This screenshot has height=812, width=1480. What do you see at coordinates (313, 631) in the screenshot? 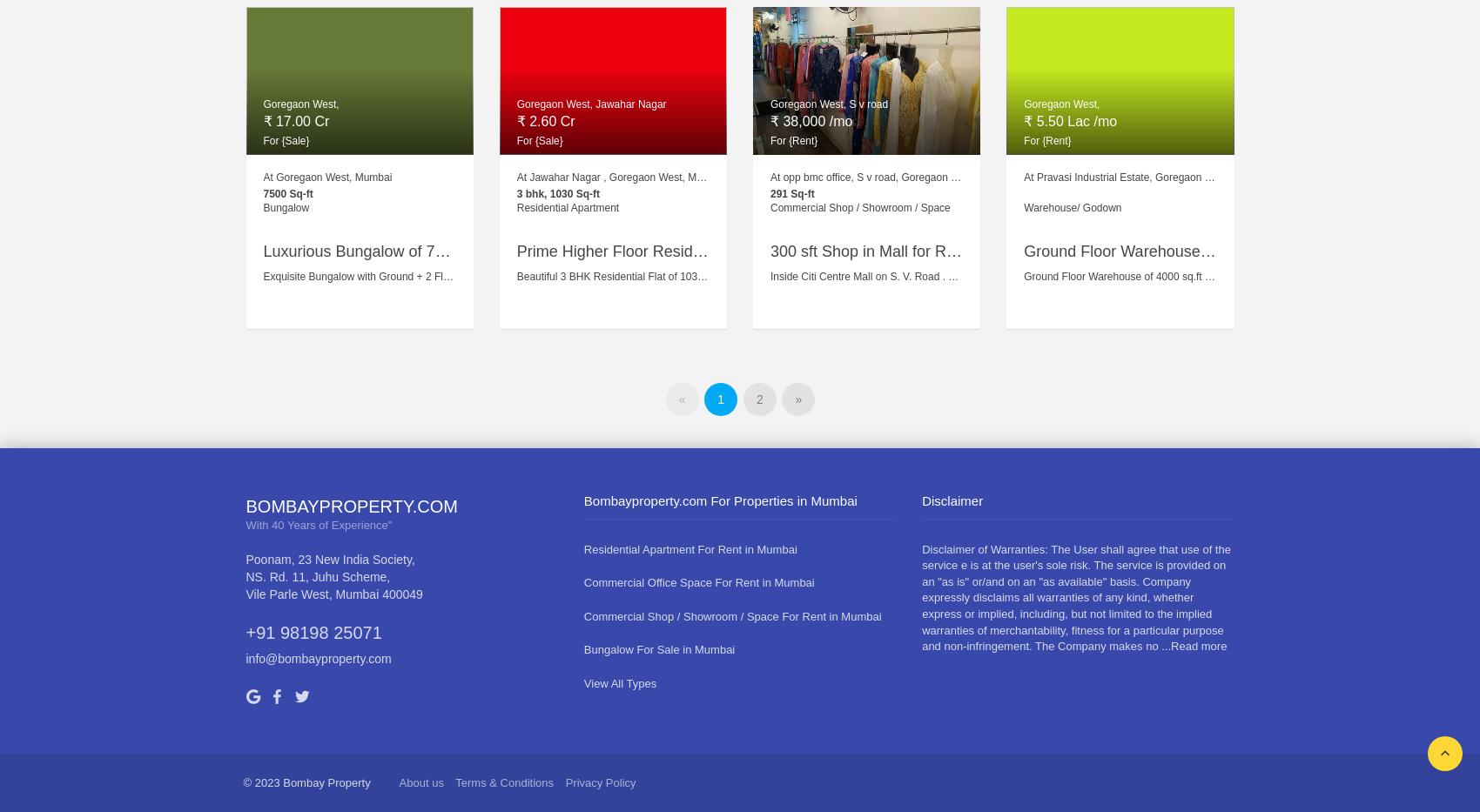
I see `'+91 98198 25071'` at bounding box center [313, 631].